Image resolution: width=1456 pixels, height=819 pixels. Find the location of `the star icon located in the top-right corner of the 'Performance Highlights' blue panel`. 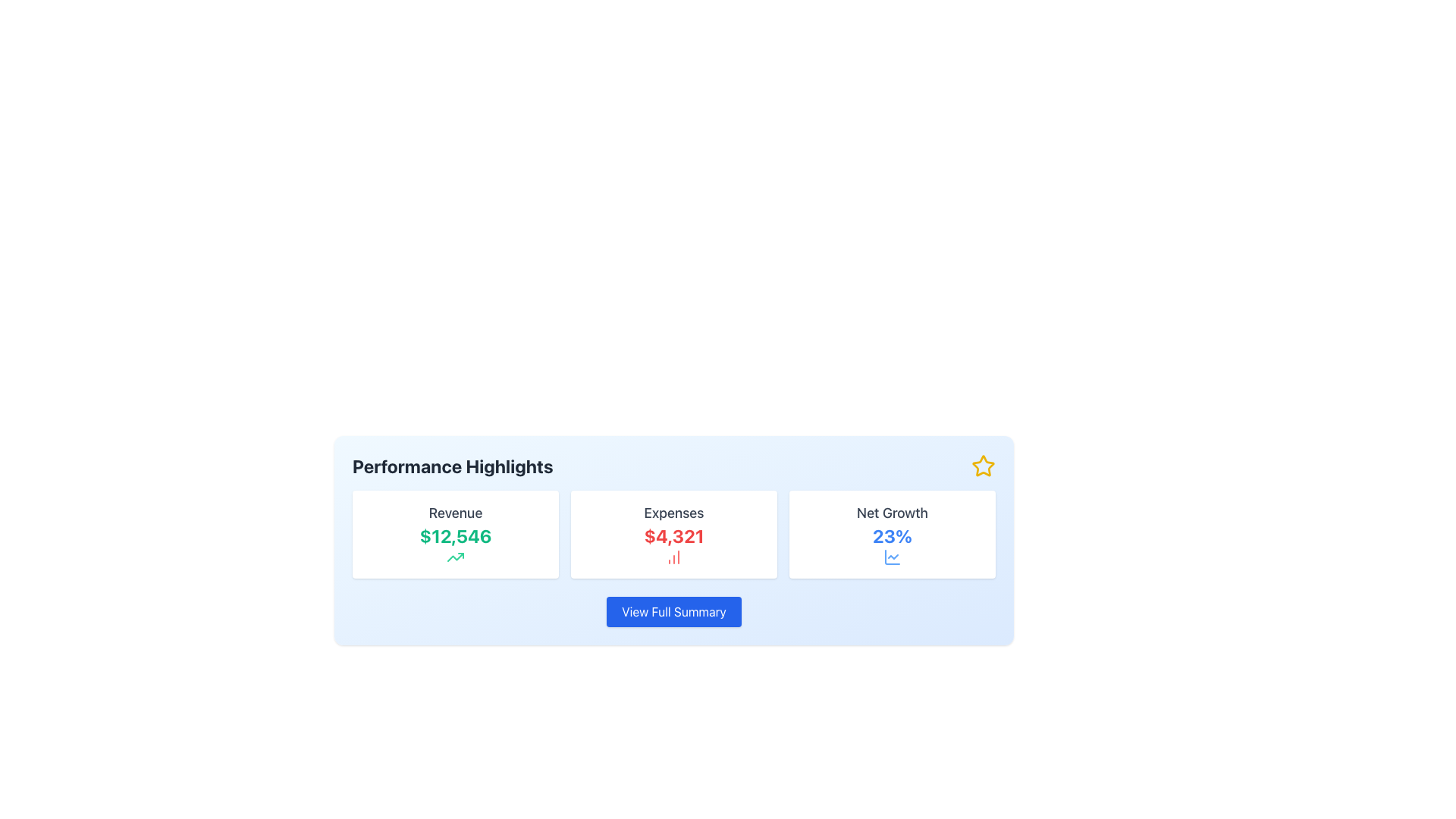

the star icon located in the top-right corner of the 'Performance Highlights' blue panel is located at coordinates (983, 465).